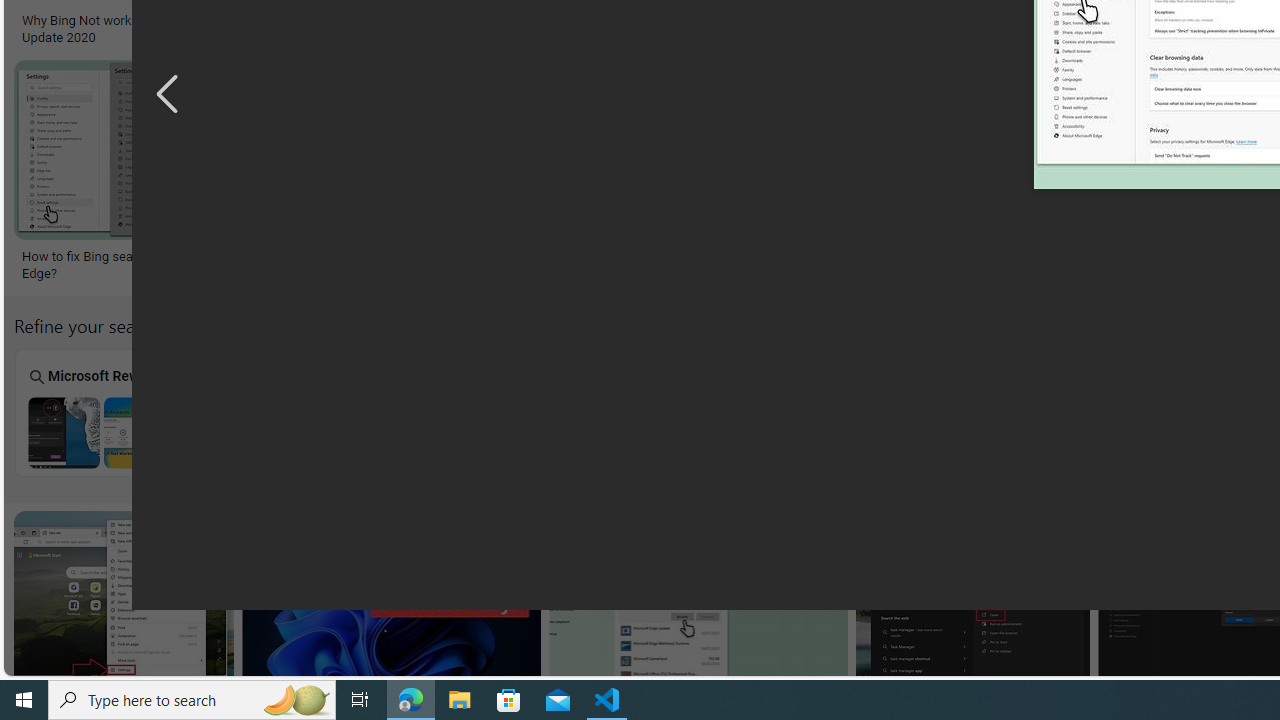 This screenshot has height=720, width=1280. I want to click on 'Why Bing Not working on windows 10? Update 2020', so click(135, 29).